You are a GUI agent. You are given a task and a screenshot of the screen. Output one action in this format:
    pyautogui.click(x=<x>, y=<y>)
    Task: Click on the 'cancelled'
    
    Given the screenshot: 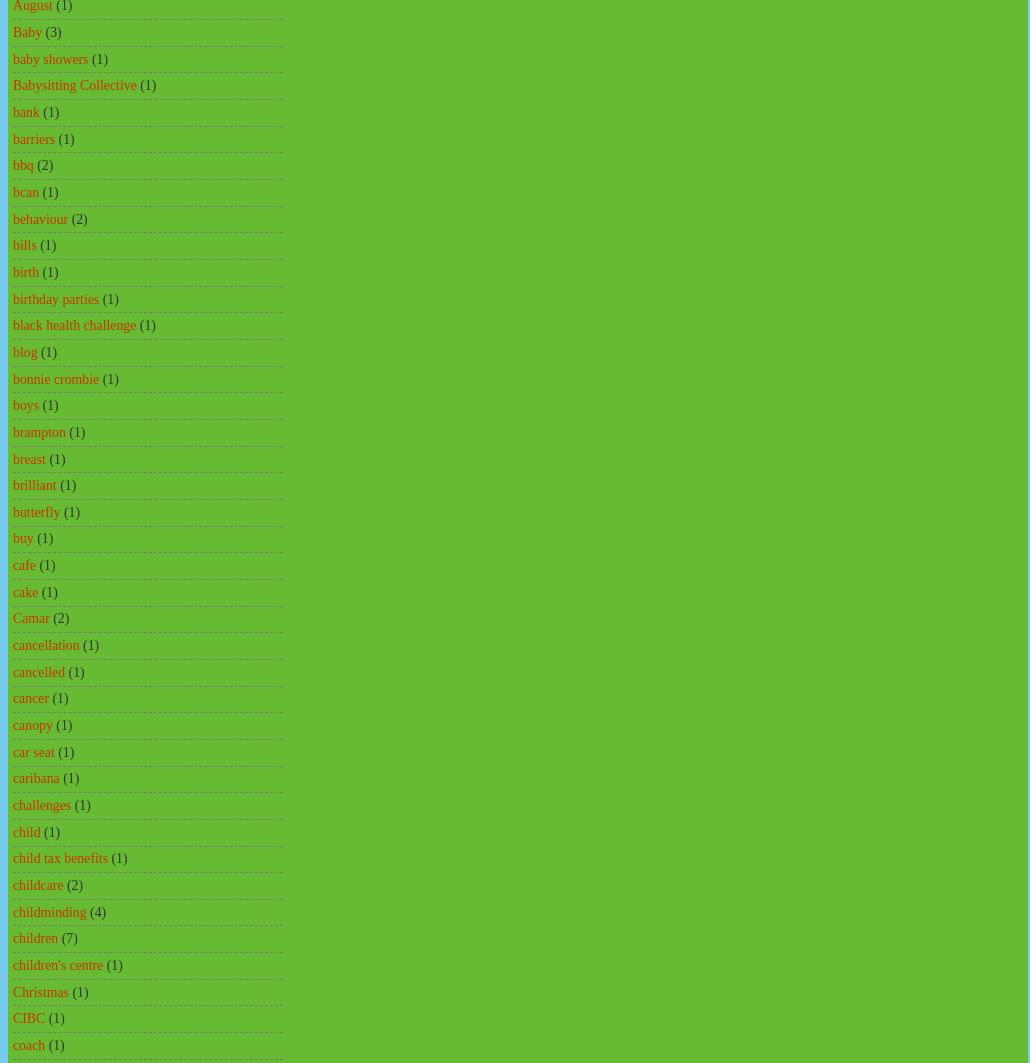 What is the action you would take?
    pyautogui.click(x=39, y=670)
    